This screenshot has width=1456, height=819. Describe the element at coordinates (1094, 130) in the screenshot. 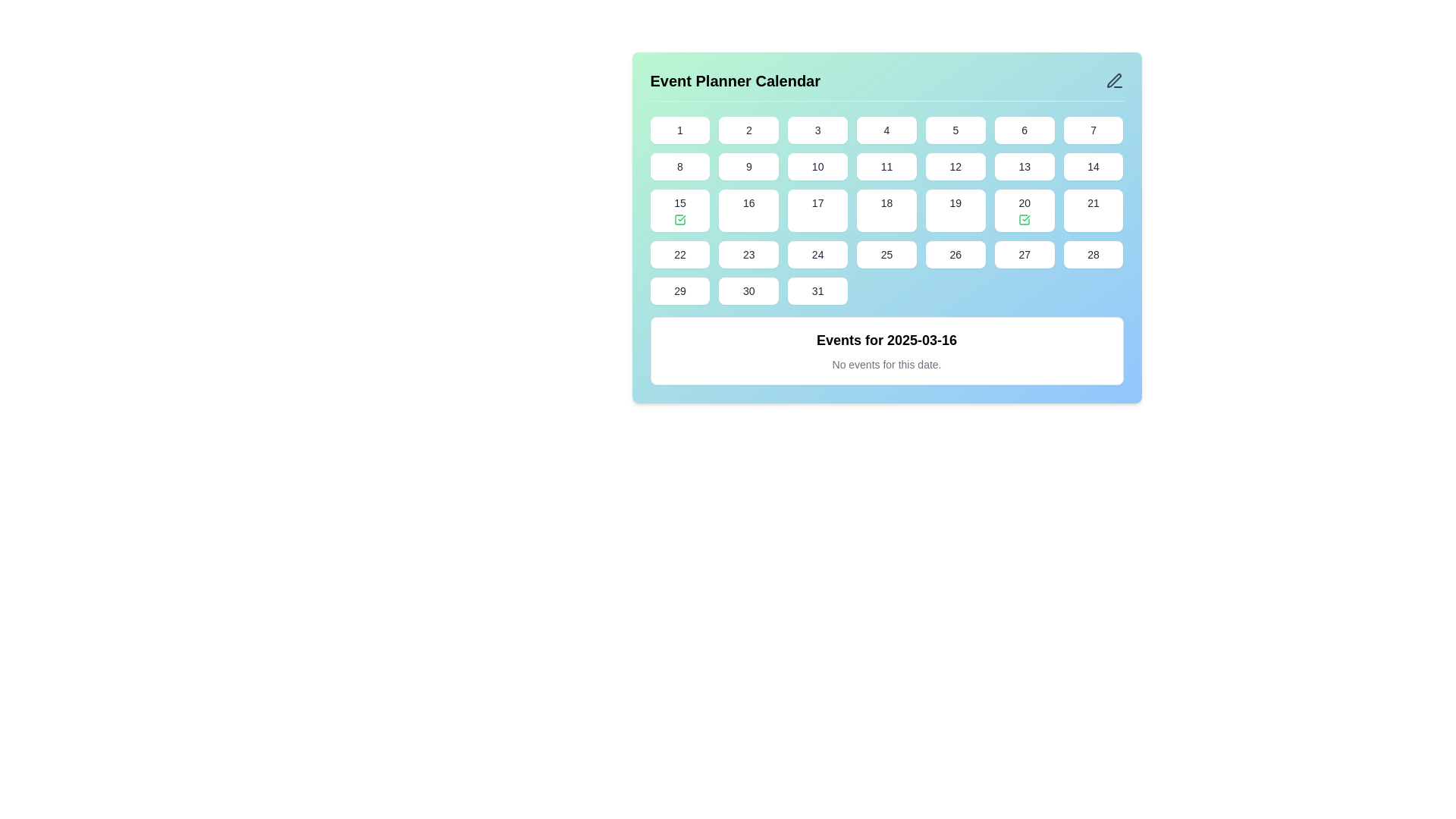

I see `the button displaying the number '7' located at the right side of the first row in the calendar interface` at that location.